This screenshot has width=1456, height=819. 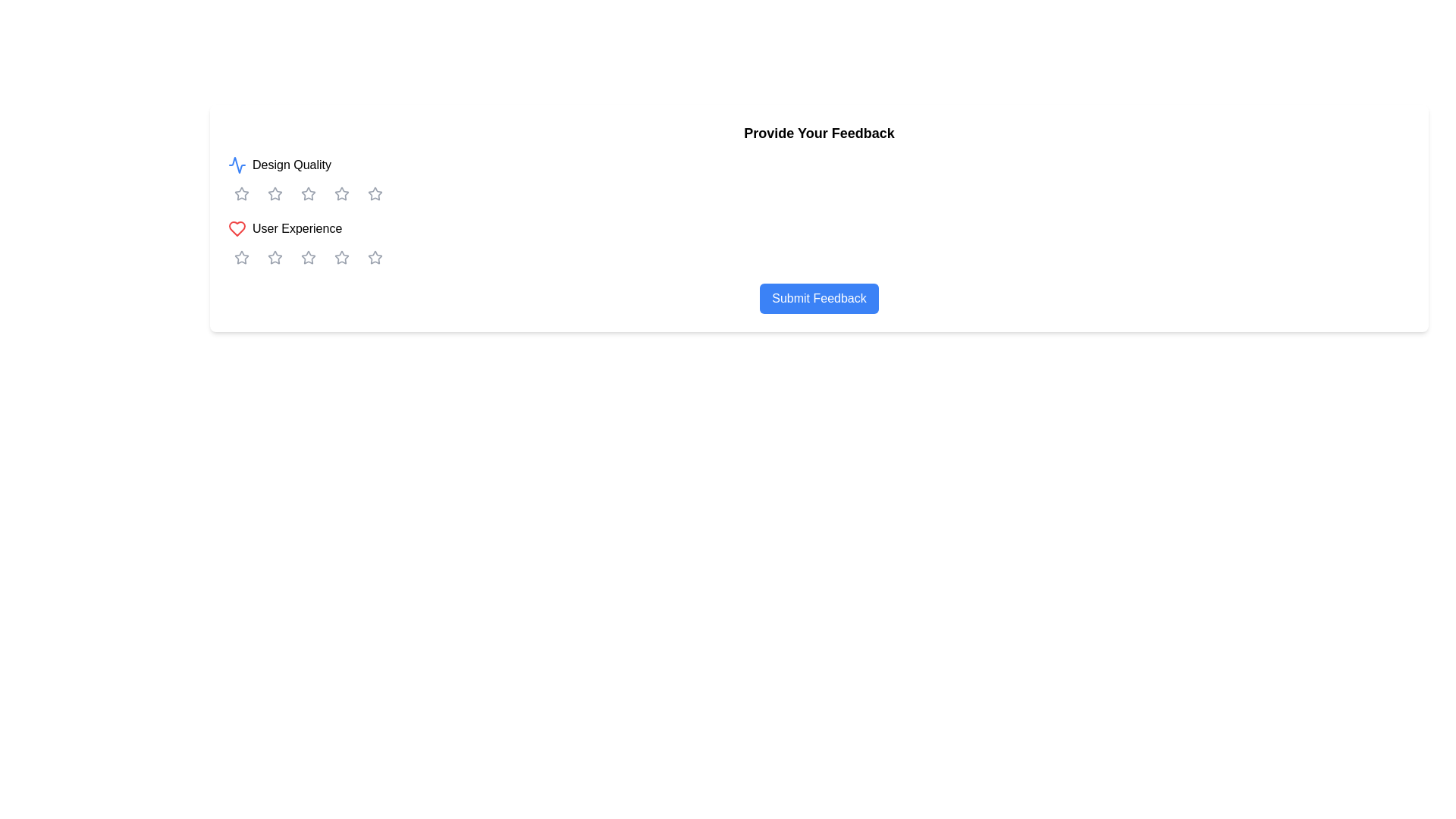 I want to click on the third star icon in the rating stars section for 'Design Quality', so click(x=308, y=193).